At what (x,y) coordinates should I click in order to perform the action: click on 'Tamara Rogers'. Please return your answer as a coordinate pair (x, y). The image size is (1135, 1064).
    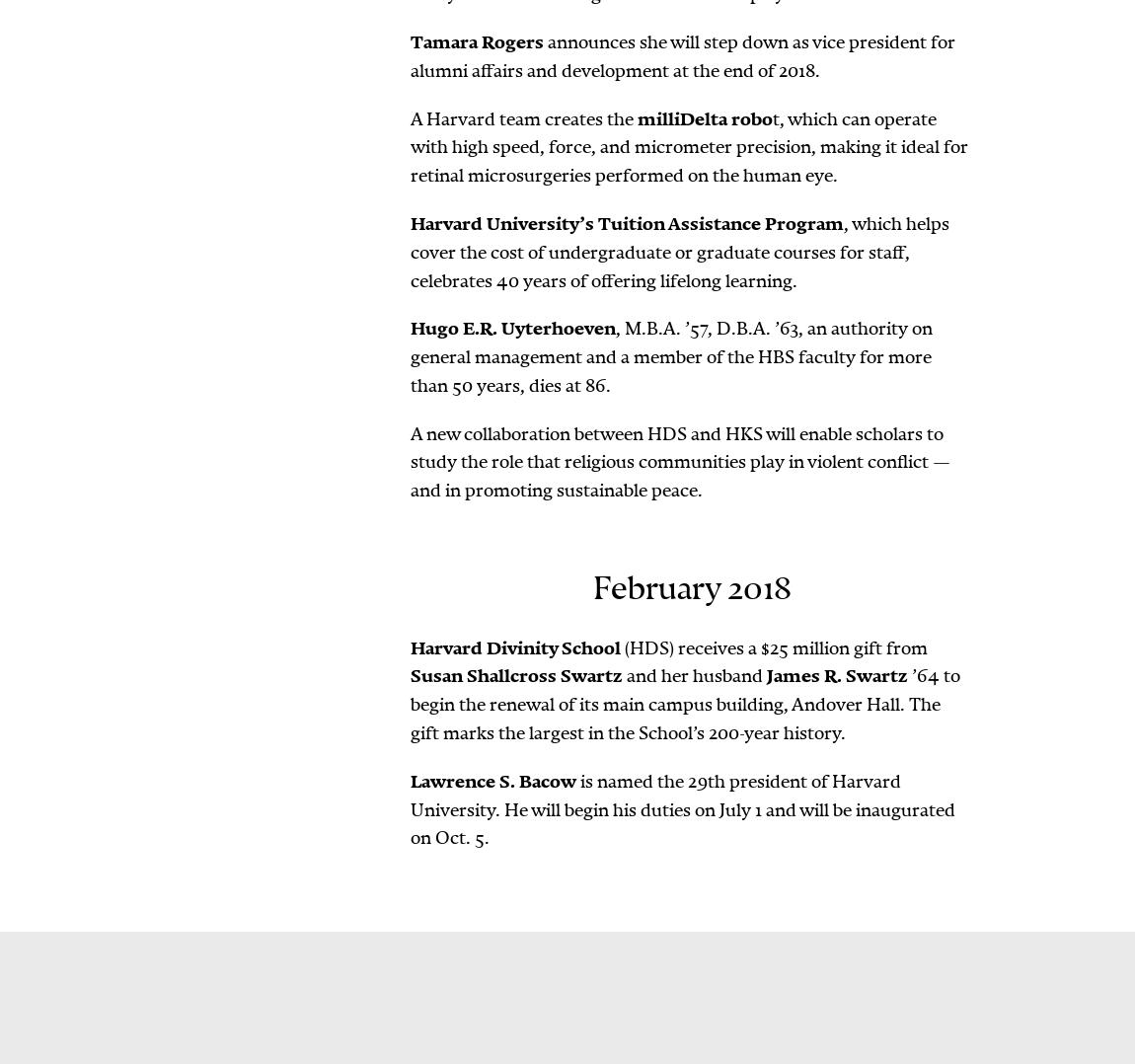
    Looking at the image, I should click on (477, 41).